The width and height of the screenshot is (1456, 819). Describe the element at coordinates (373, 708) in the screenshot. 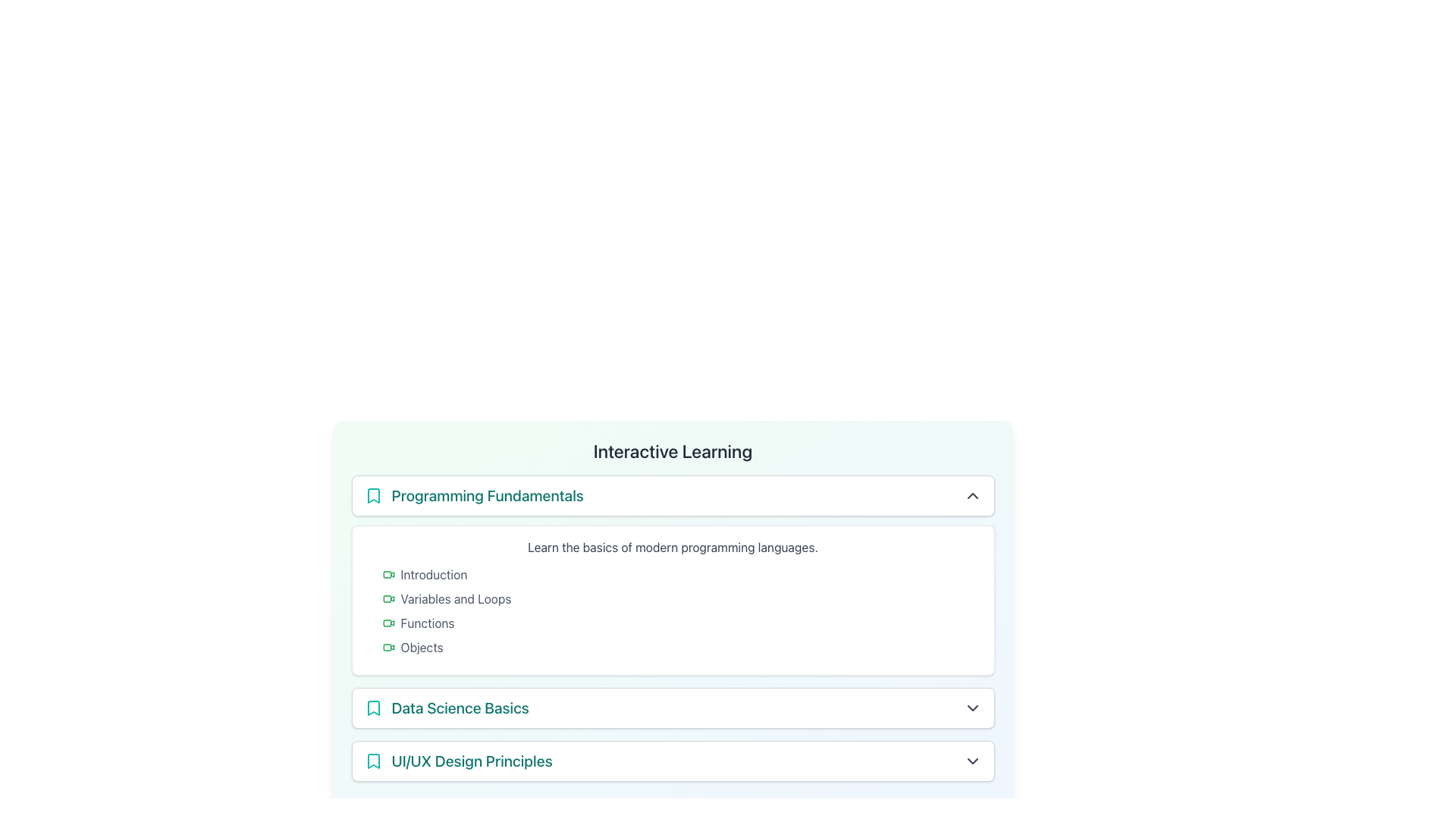

I see `the icon that serves as a visual indicator for the 'Data Science Basics' label, located to the left of the text in the middle of the list of items` at that location.